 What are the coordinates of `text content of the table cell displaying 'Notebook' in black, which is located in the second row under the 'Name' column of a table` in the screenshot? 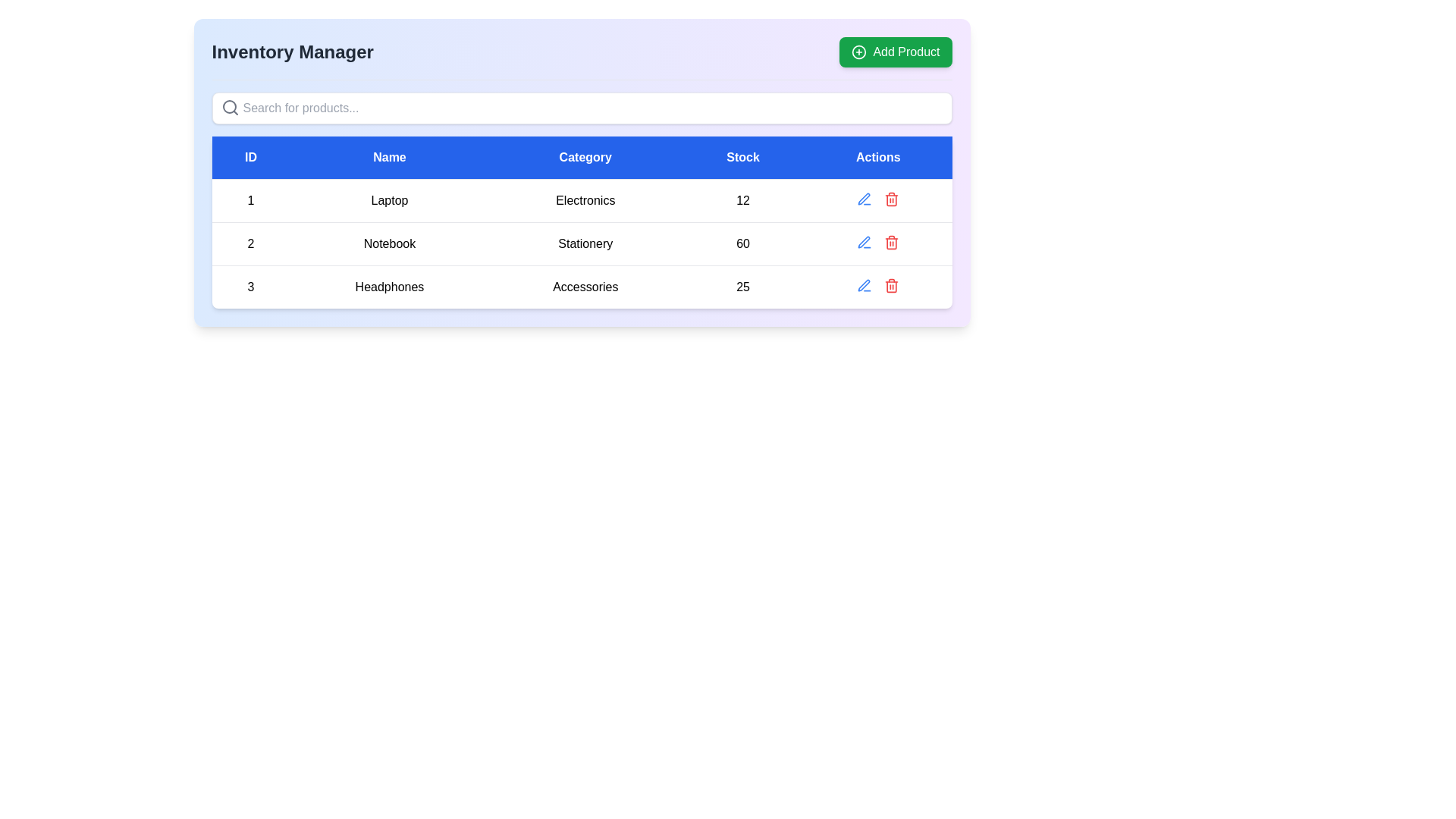 It's located at (389, 243).